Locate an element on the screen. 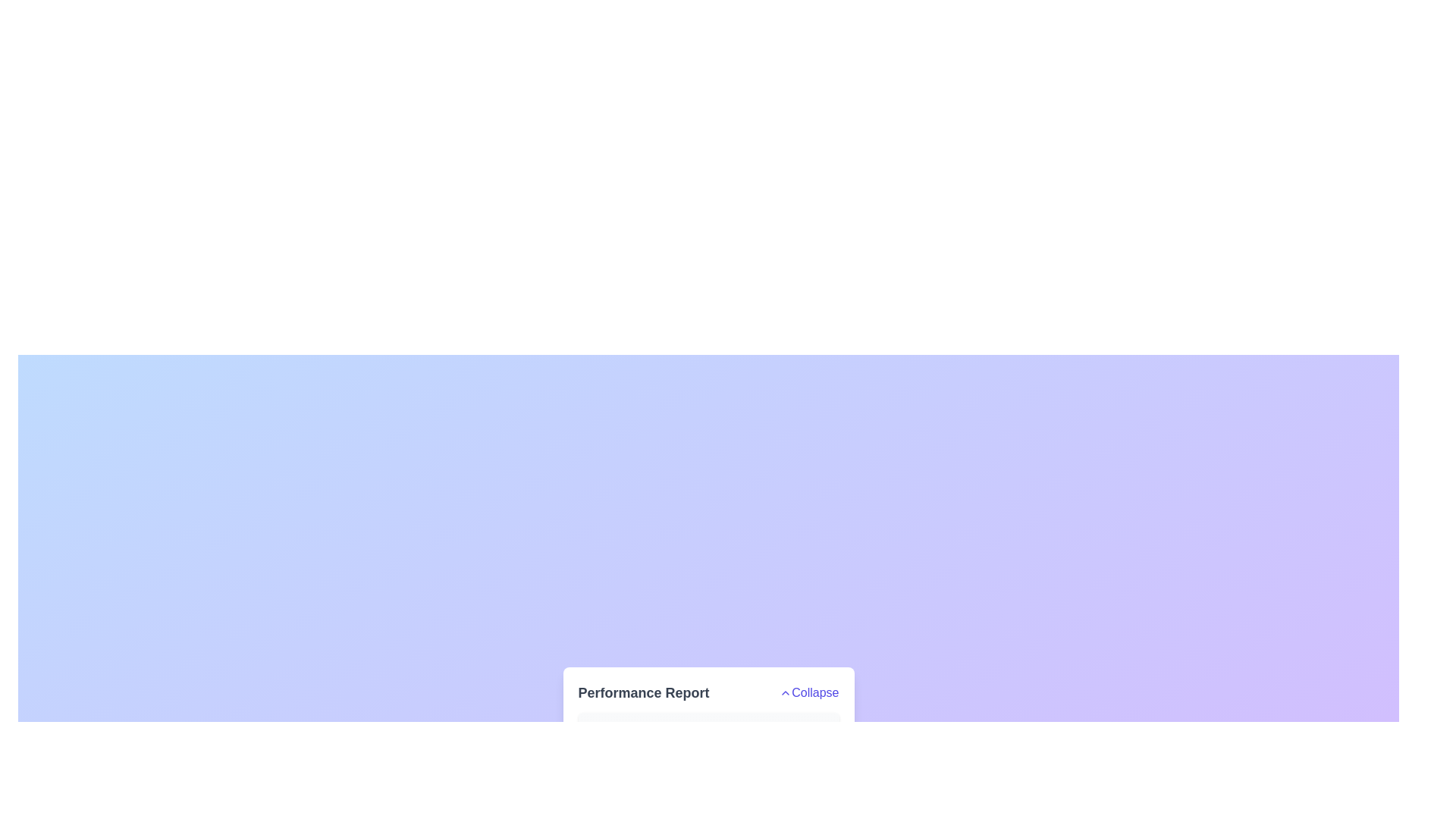 The width and height of the screenshot is (1456, 819). the collapsible section toggle icon located to the right of the 'Collapse' text is located at coordinates (786, 693).